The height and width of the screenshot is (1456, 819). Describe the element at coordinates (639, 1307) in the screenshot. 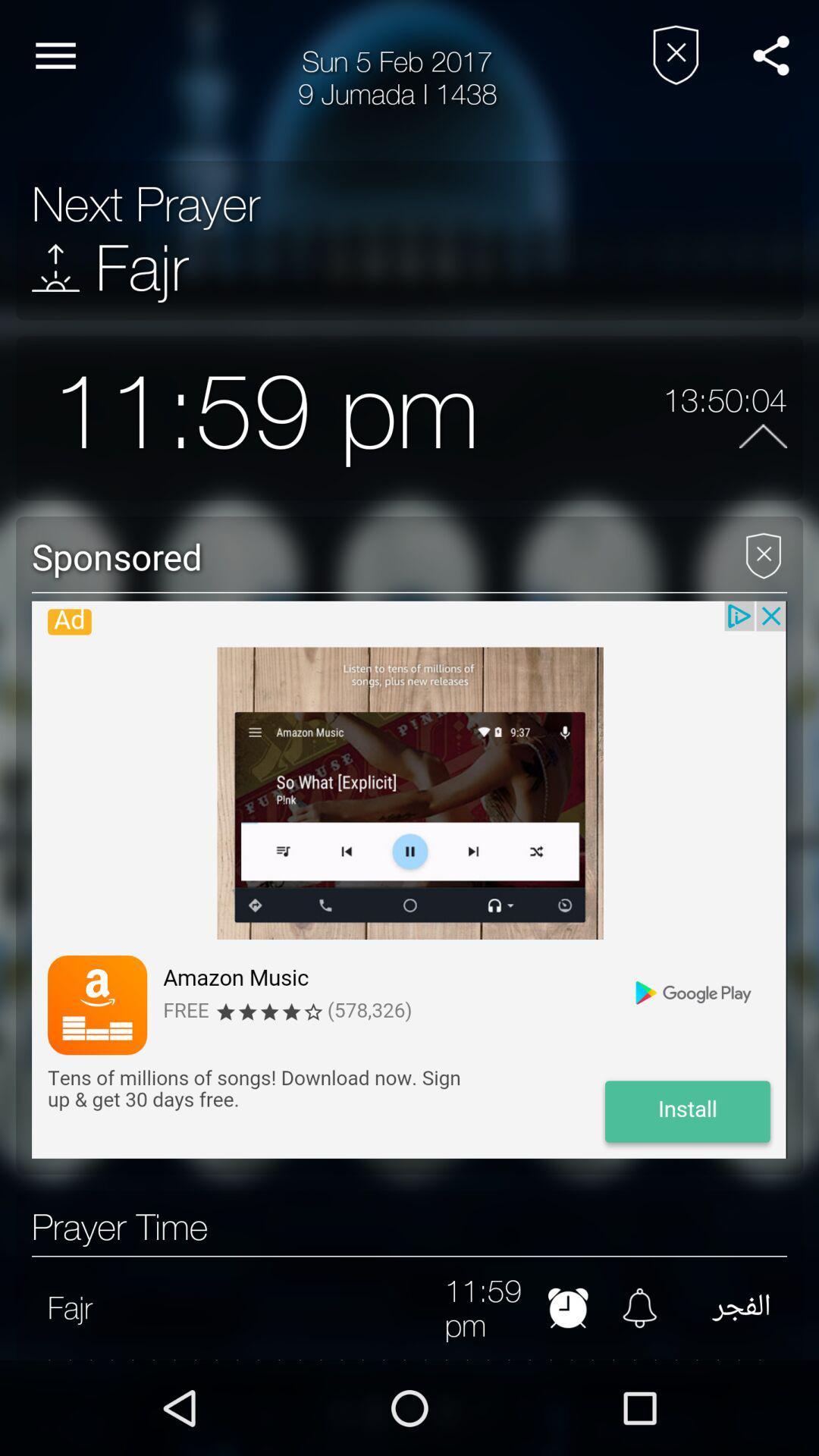

I see `click notification icon` at that location.